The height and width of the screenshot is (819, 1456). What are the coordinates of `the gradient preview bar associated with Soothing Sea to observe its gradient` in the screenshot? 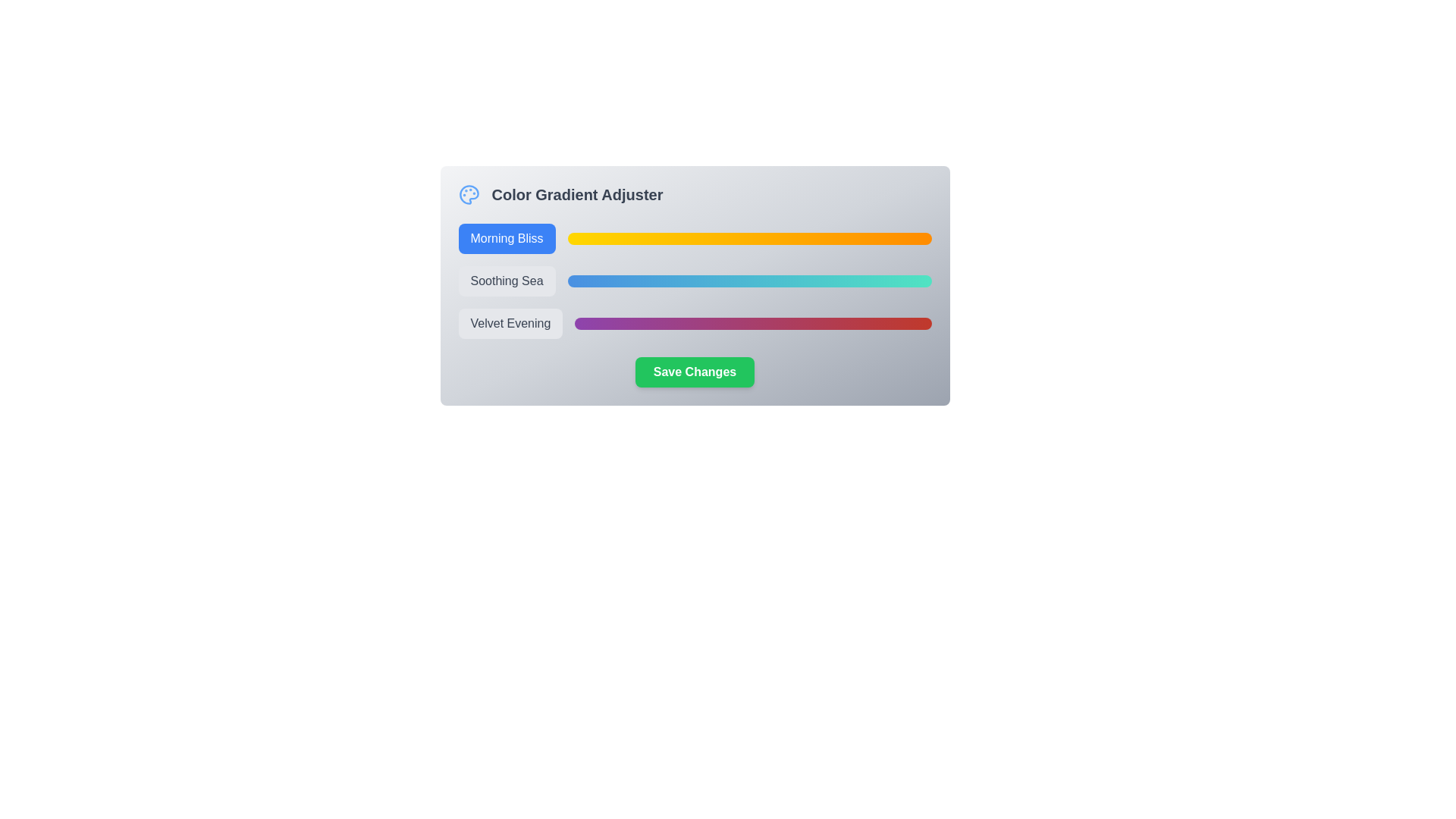 It's located at (749, 281).